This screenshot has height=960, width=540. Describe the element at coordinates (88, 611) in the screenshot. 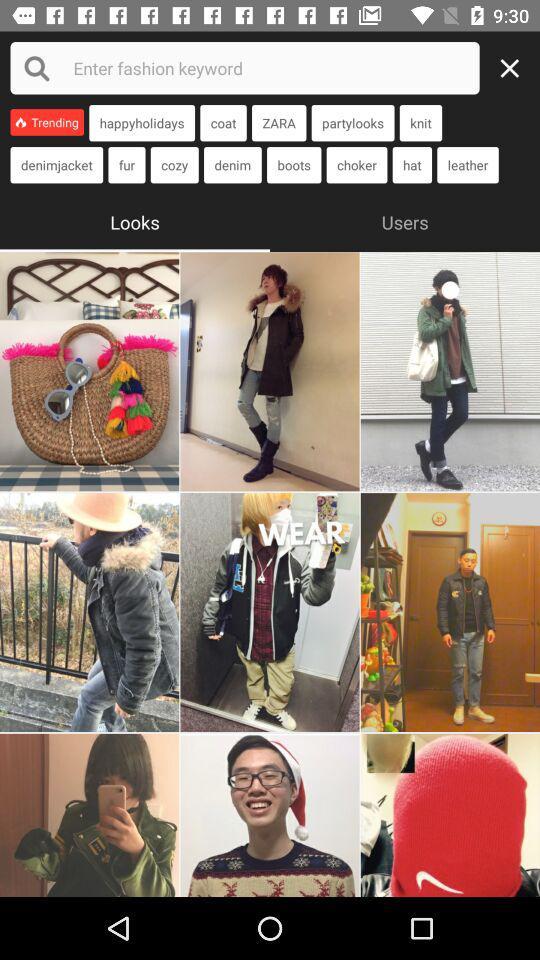

I see `looks user search peoples` at that location.